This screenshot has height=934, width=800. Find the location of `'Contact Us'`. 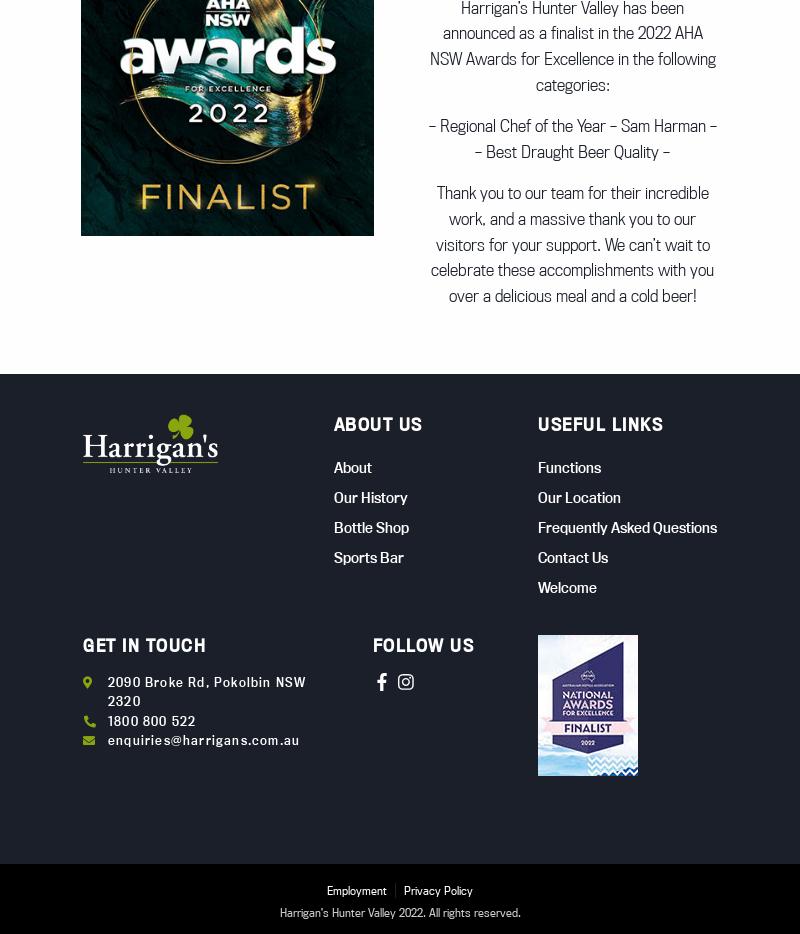

'Contact Us' is located at coordinates (572, 556).